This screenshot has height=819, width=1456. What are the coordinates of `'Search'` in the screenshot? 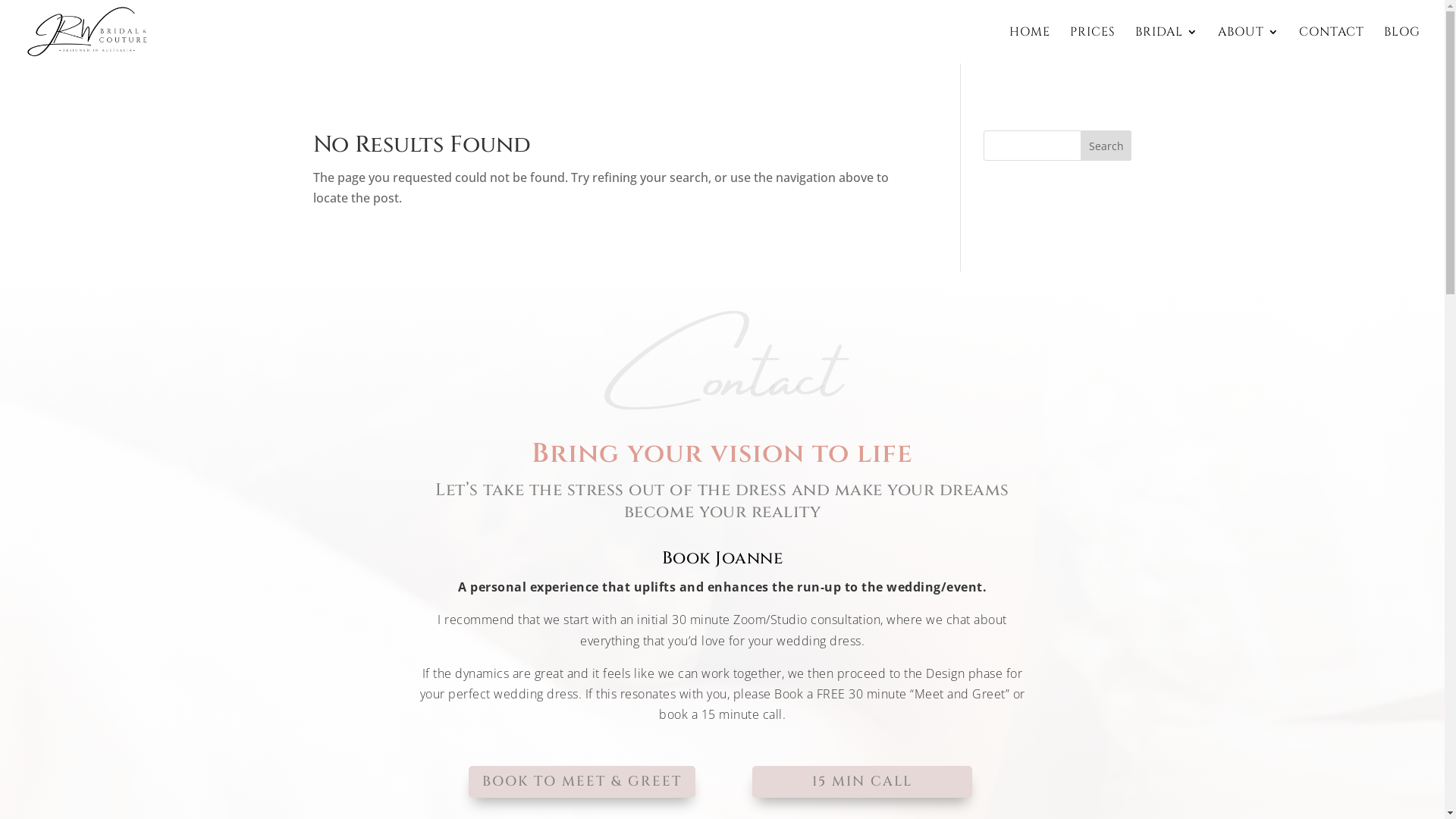 It's located at (1106, 146).